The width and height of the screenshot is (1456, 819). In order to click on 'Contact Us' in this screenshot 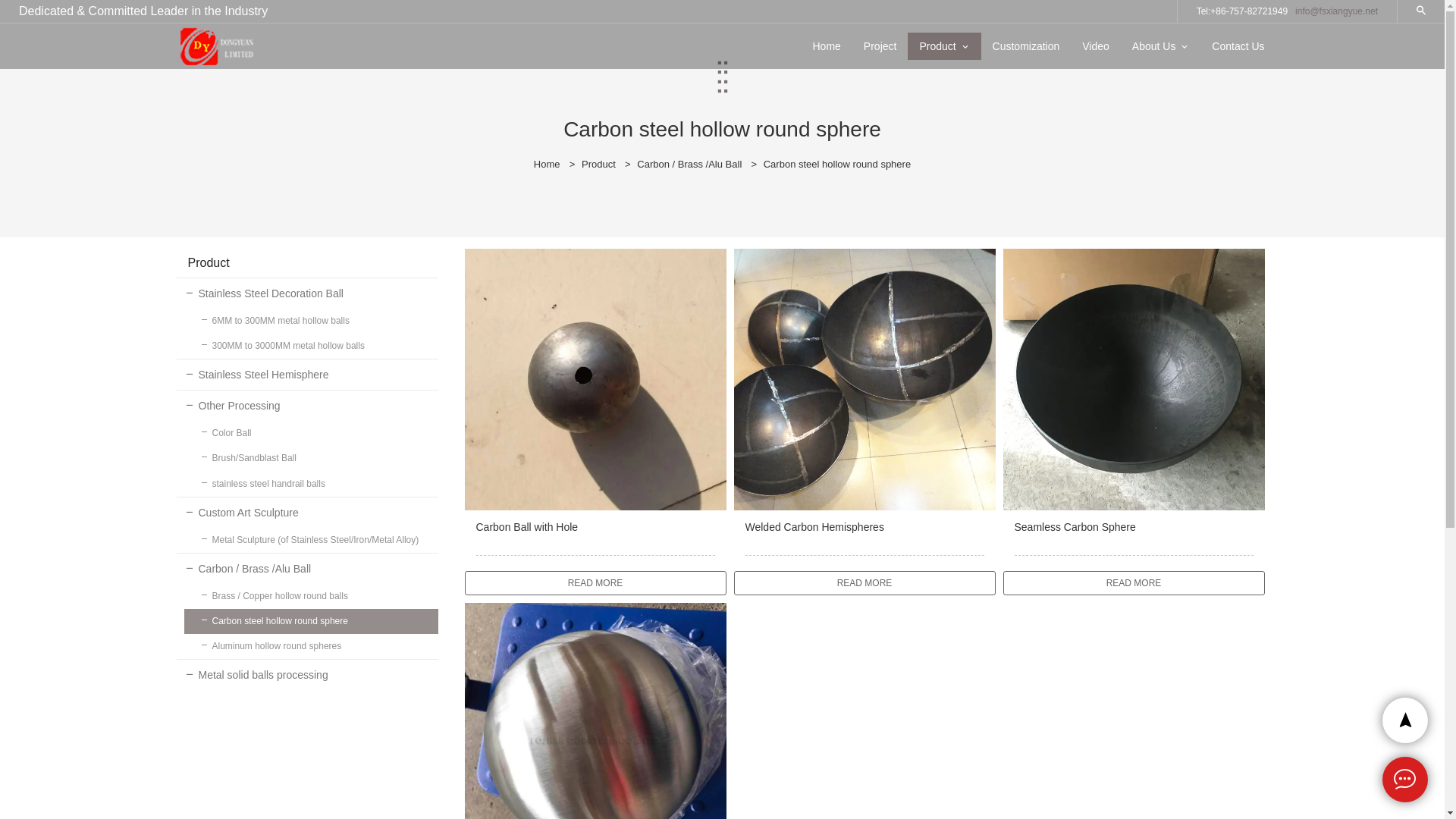, I will do `click(1238, 45)`.